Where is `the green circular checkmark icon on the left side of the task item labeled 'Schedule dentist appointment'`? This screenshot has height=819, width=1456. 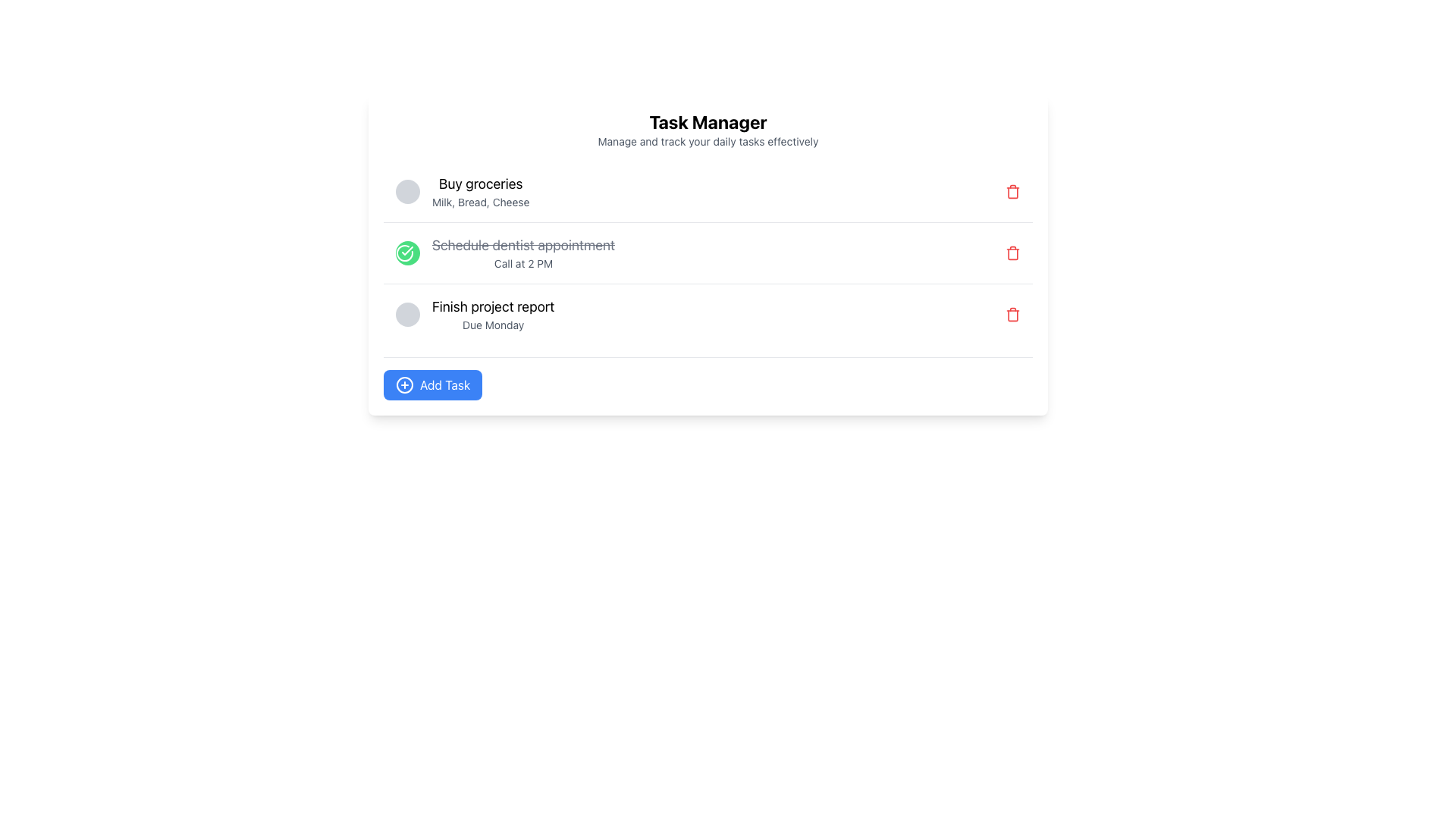 the green circular checkmark icon on the left side of the task item labeled 'Schedule dentist appointment' is located at coordinates (505, 253).